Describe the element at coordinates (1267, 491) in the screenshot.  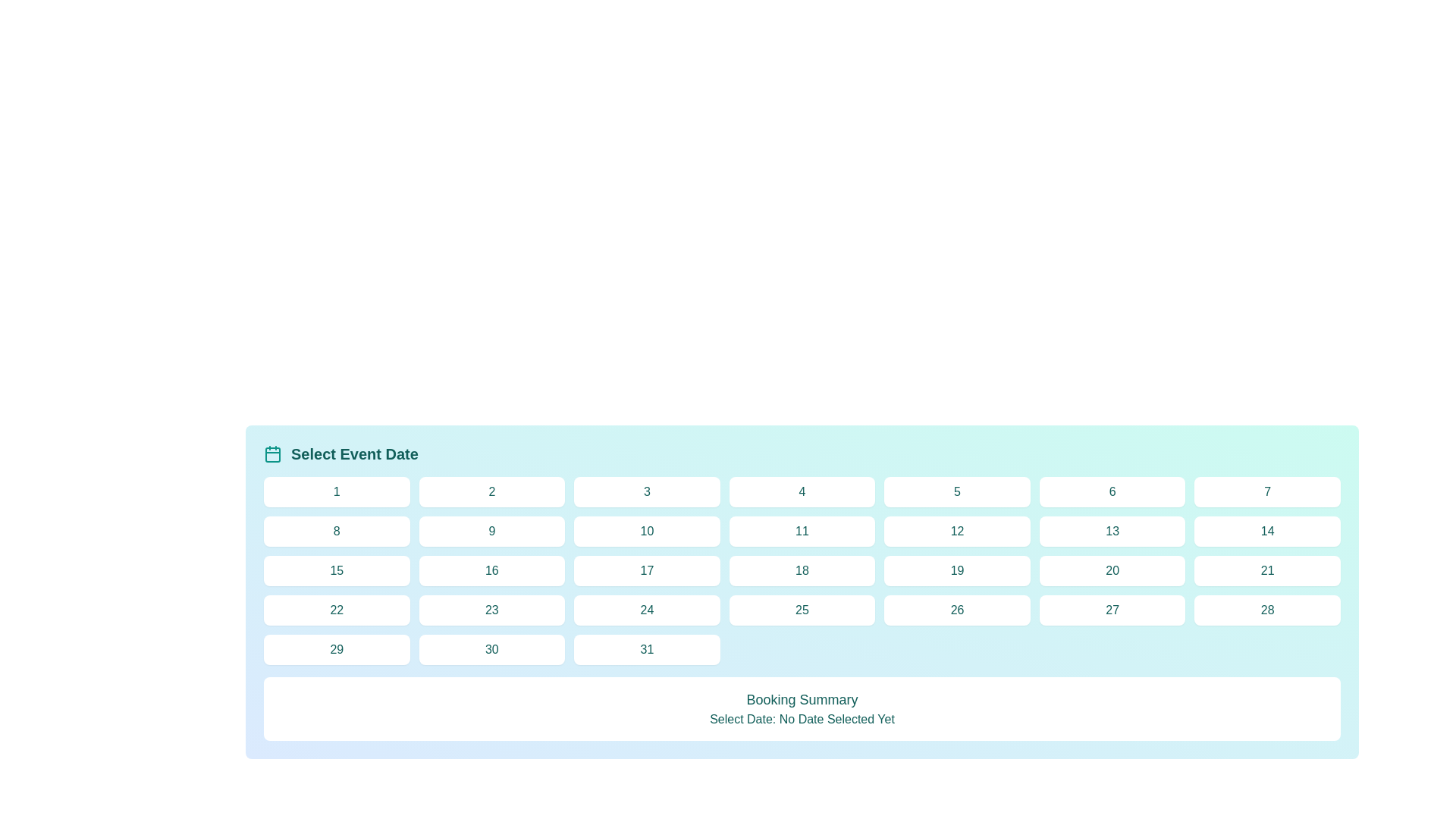
I see `the button representing the number '7' in the grid layout` at that location.